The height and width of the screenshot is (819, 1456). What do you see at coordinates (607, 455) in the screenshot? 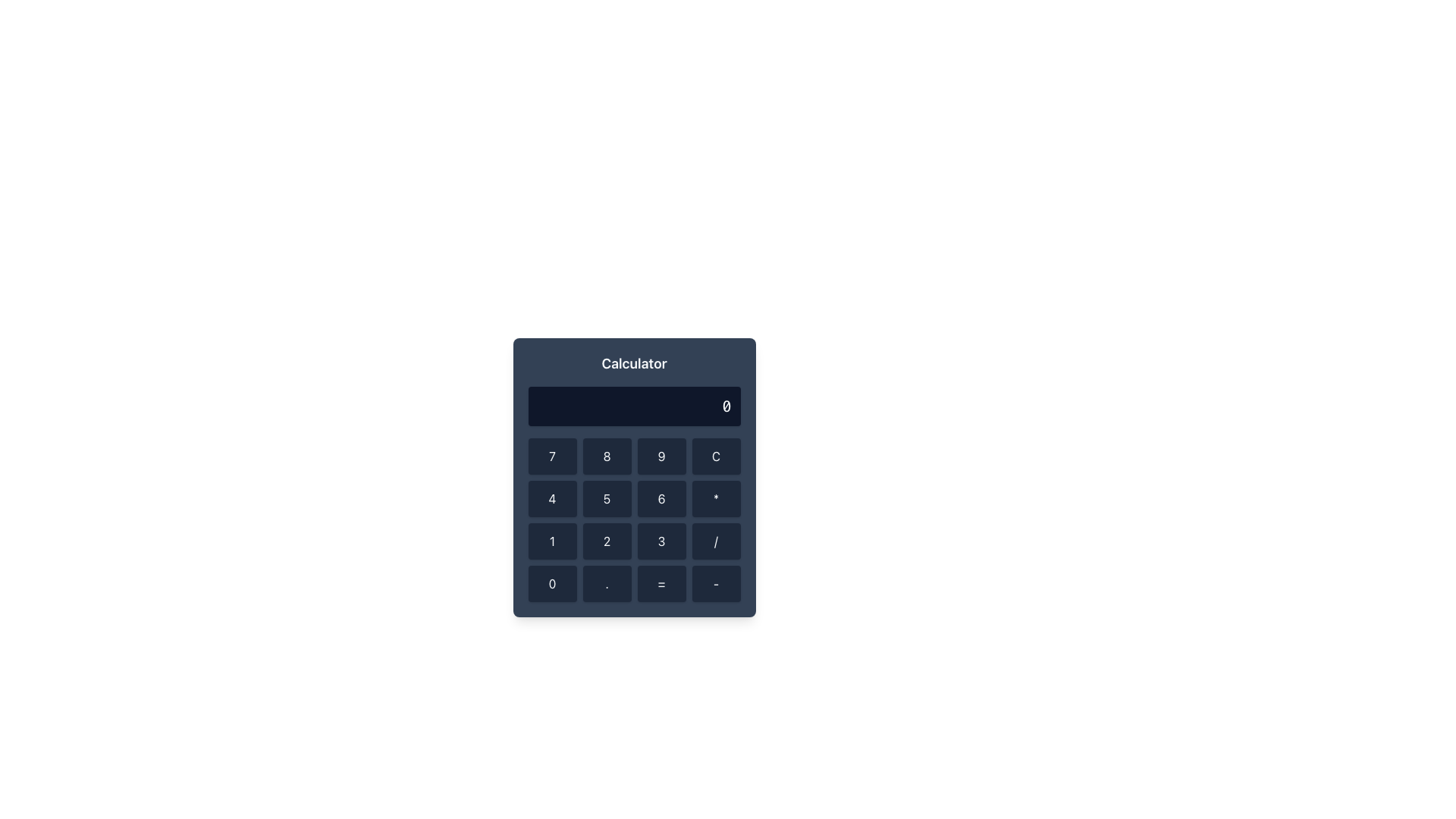
I see `the button displaying the number '8' with a dark background and rounded corners in the calculator interface to input '8'` at bounding box center [607, 455].